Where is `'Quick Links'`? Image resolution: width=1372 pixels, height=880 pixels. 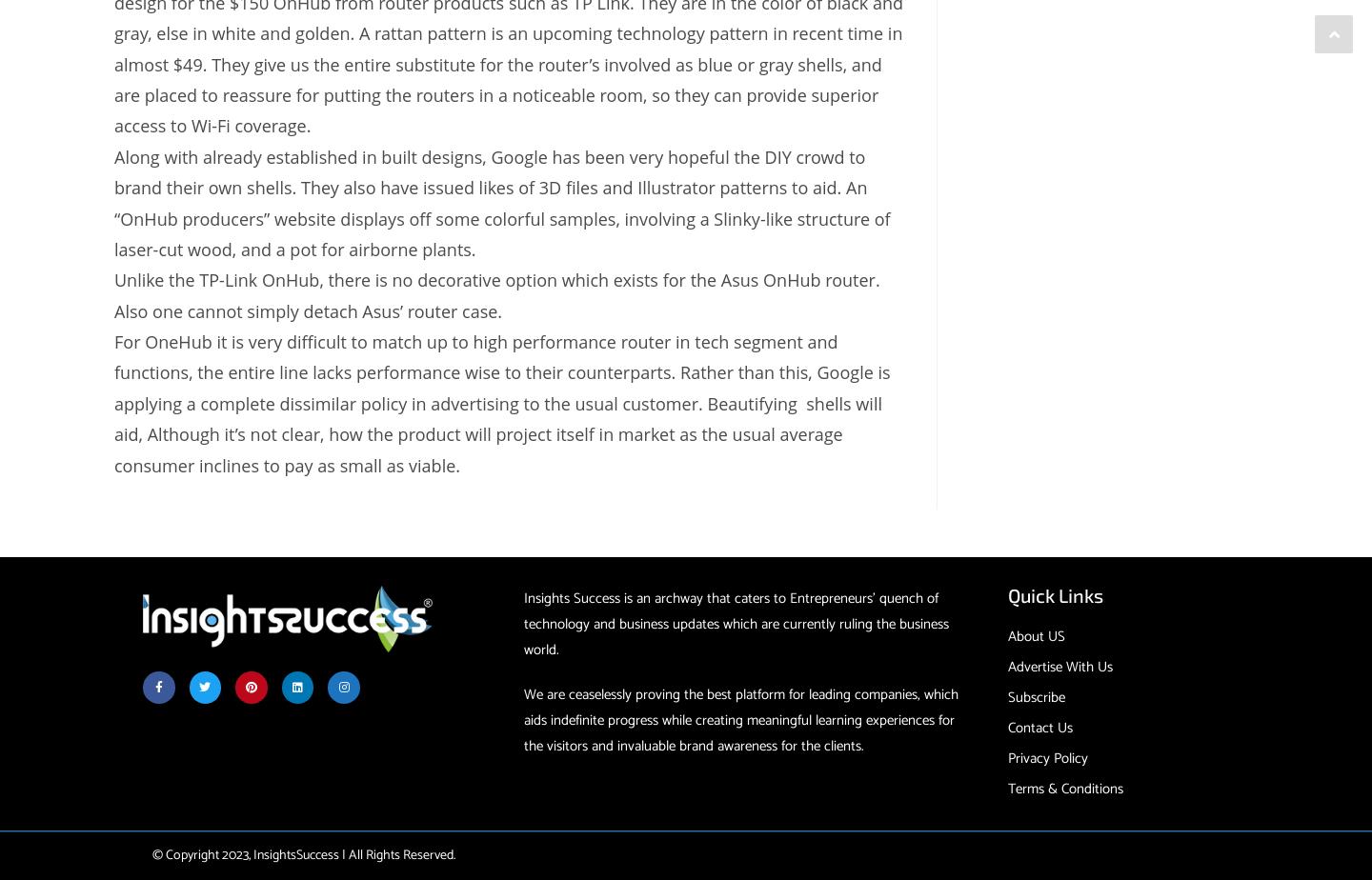 'Quick Links' is located at coordinates (1054, 594).